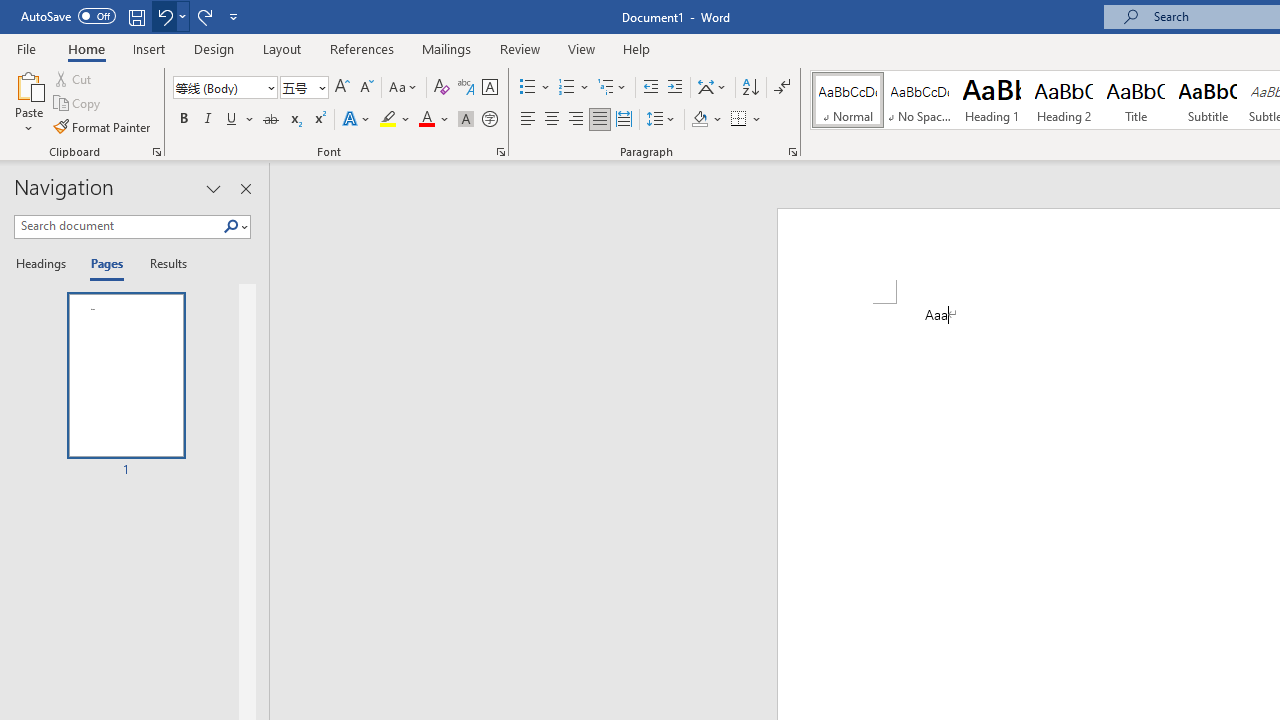  I want to click on 'Align Right', so click(575, 119).